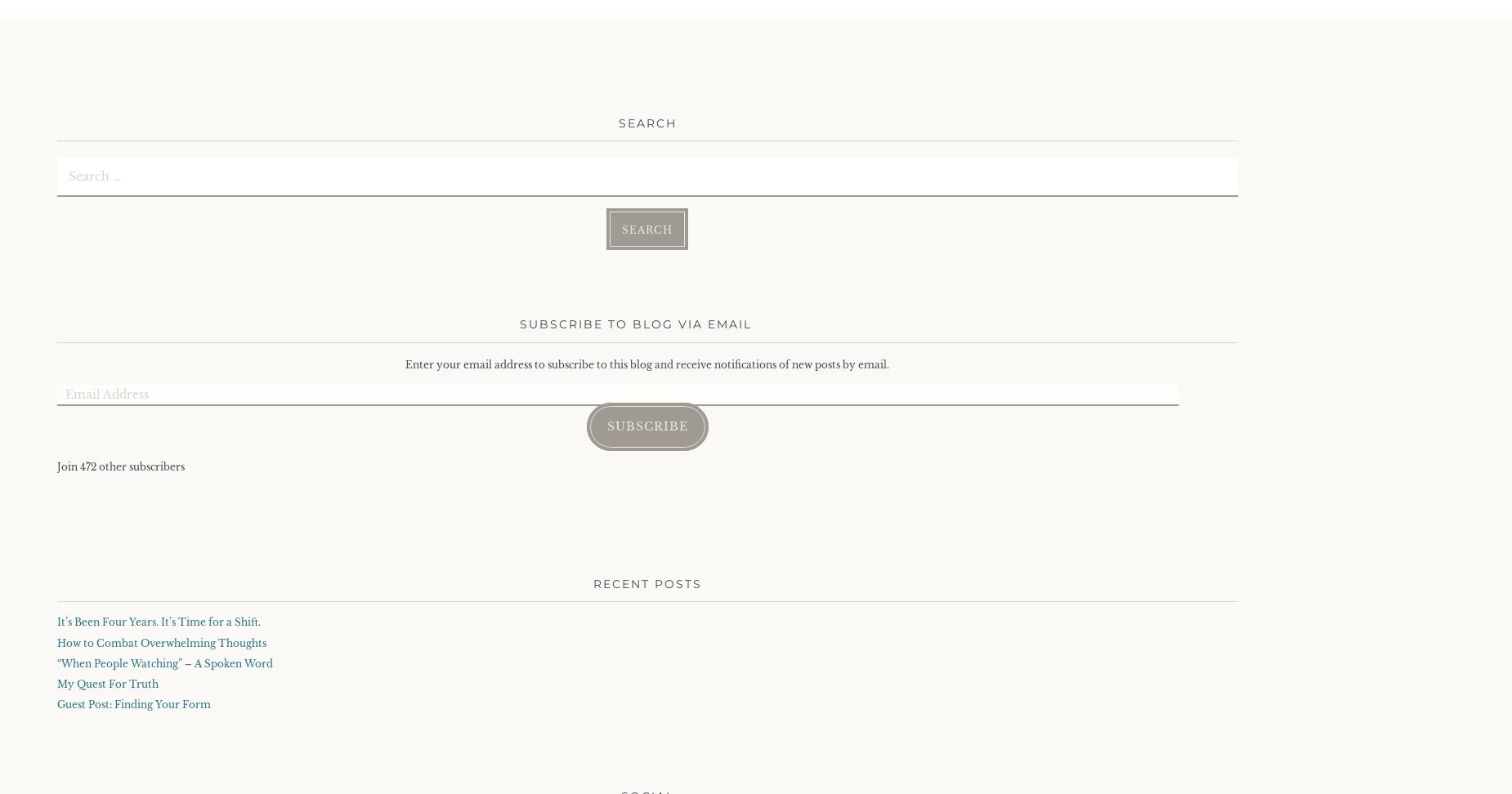  Describe the element at coordinates (646, 426) in the screenshot. I see `'Subscribe'` at that location.